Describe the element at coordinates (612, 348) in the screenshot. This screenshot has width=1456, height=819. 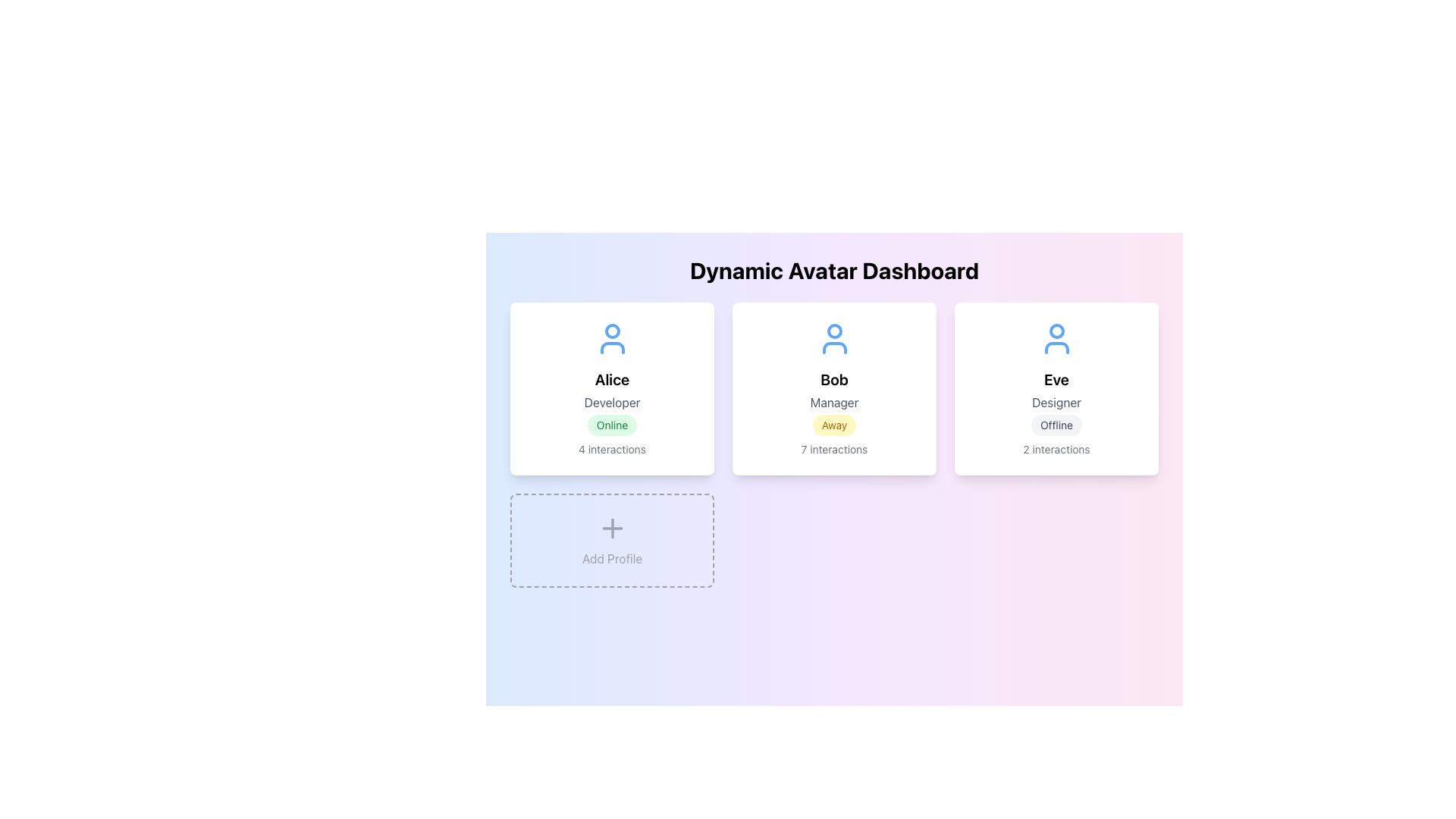
I see `the decorative vector graphic that is the semicircular base of the user icon in the 'Alice' card` at that location.